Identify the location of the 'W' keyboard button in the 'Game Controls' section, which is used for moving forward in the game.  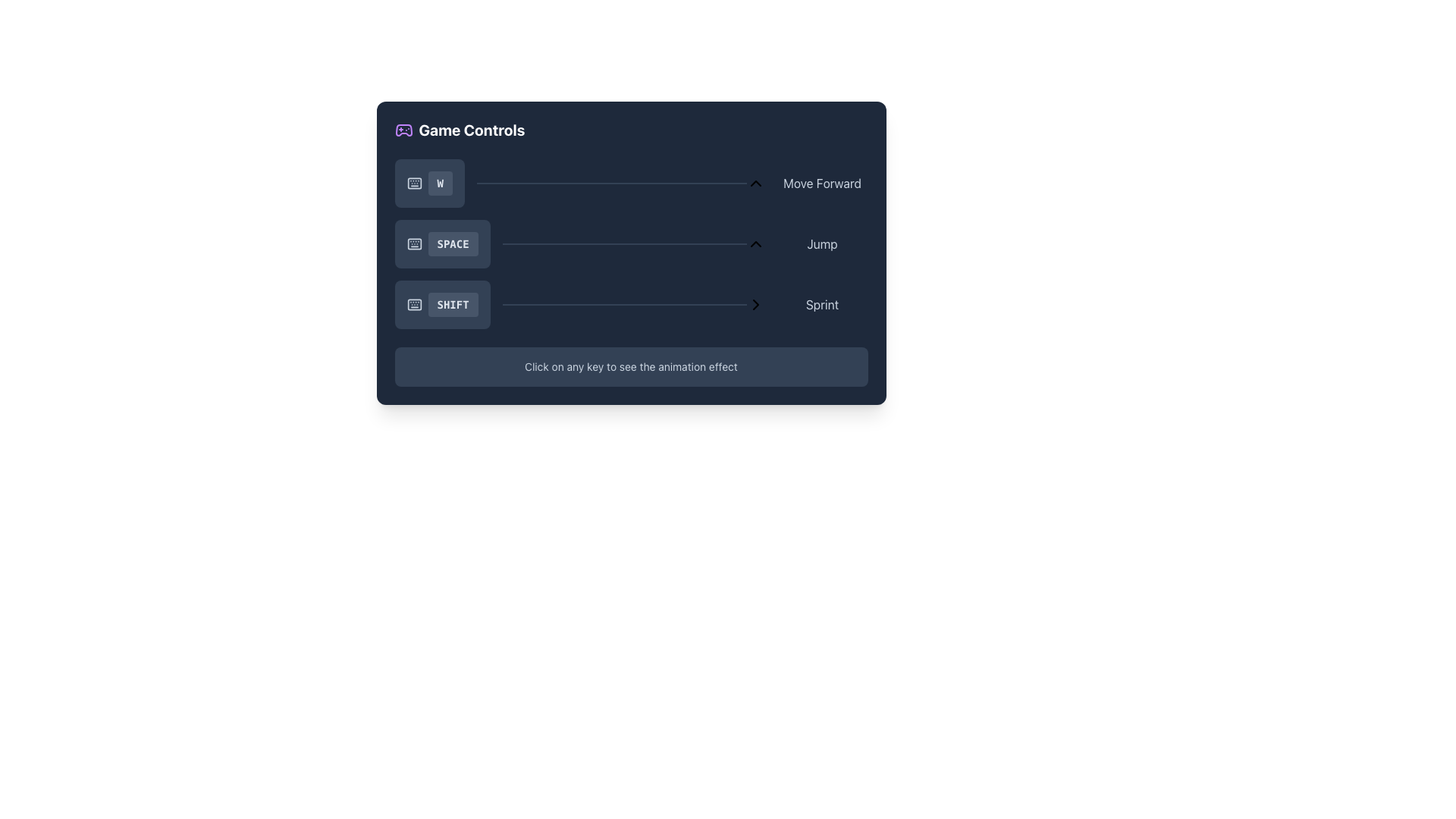
(428, 183).